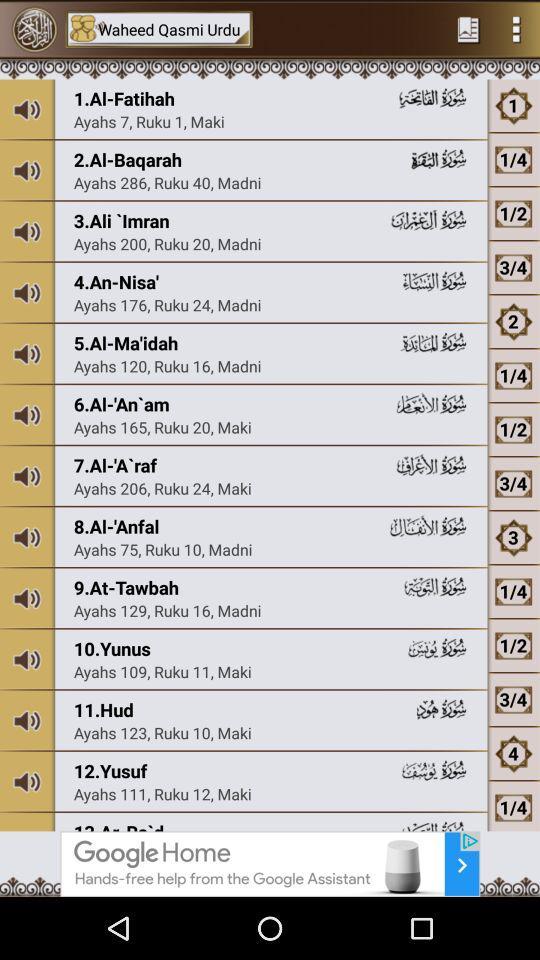 The width and height of the screenshot is (540, 960). Describe the element at coordinates (516, 30) in the screenshot. I see `the more icon` at that location.